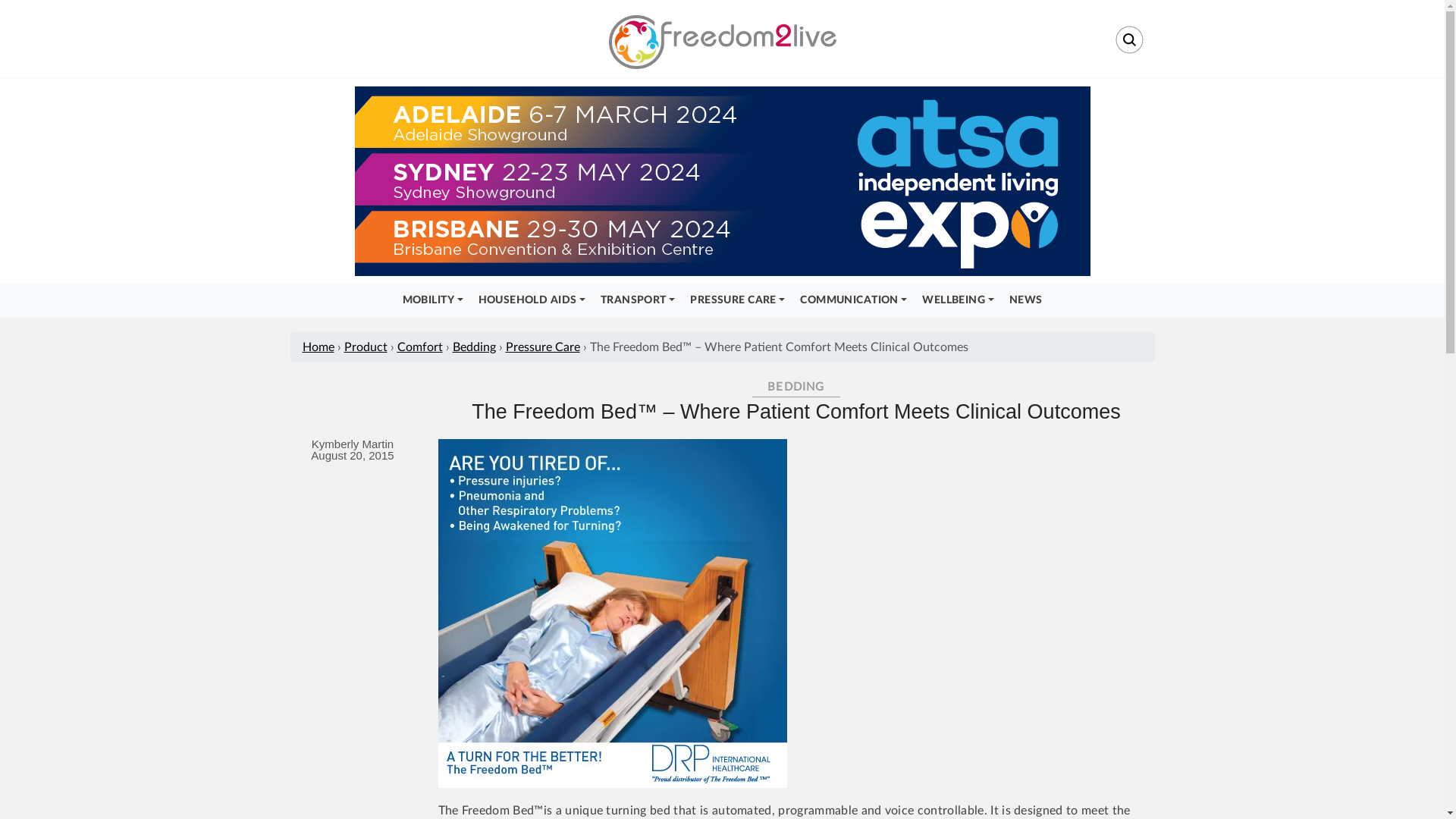 This screenshot has height=819, width=1456. Describe the element at coordinates (397, 347) in the screenshot. I see `'Comfort'` at that location.